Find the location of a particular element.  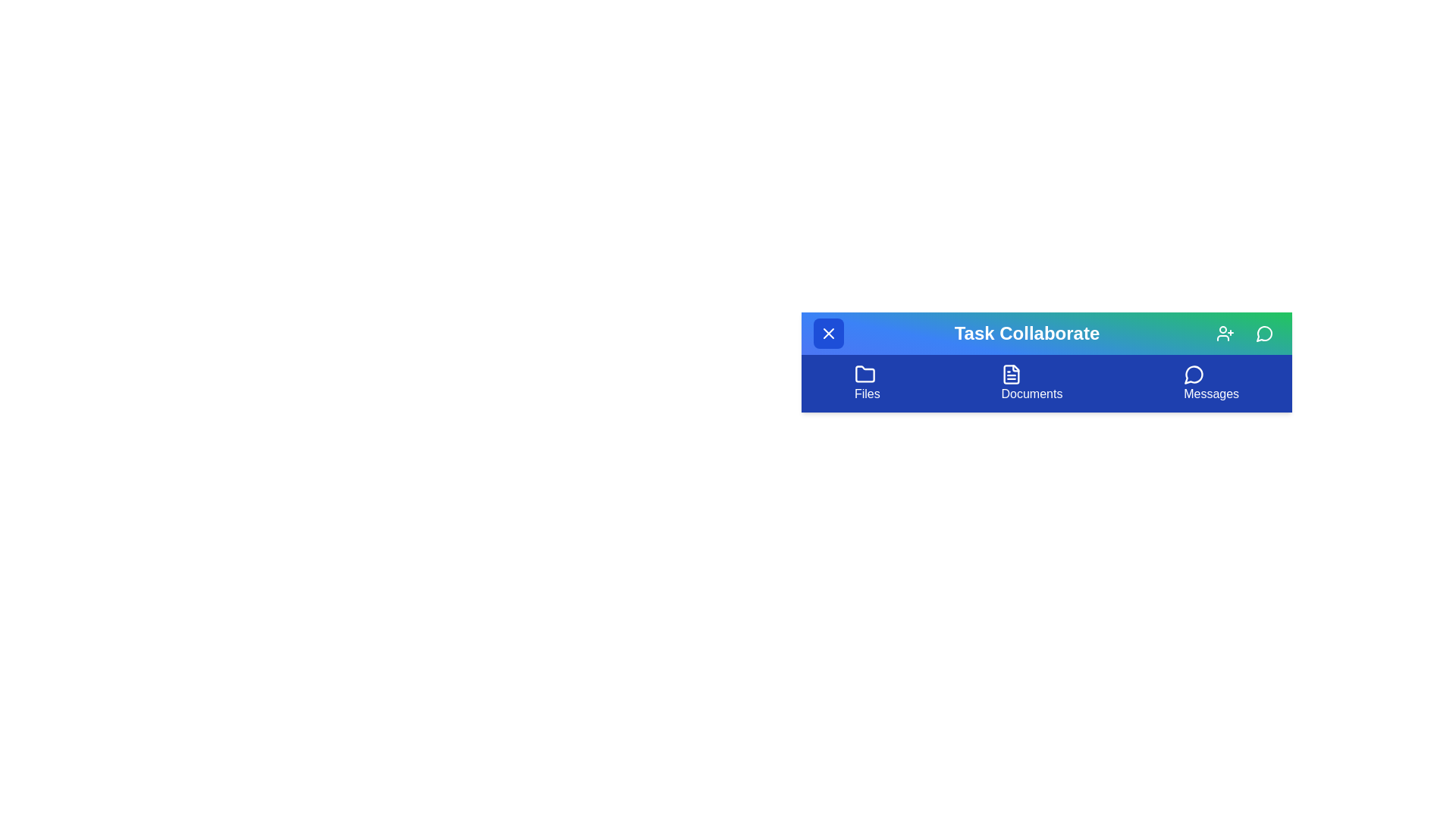

'Add User' button located at its center is located at coordinates (1225, 332).